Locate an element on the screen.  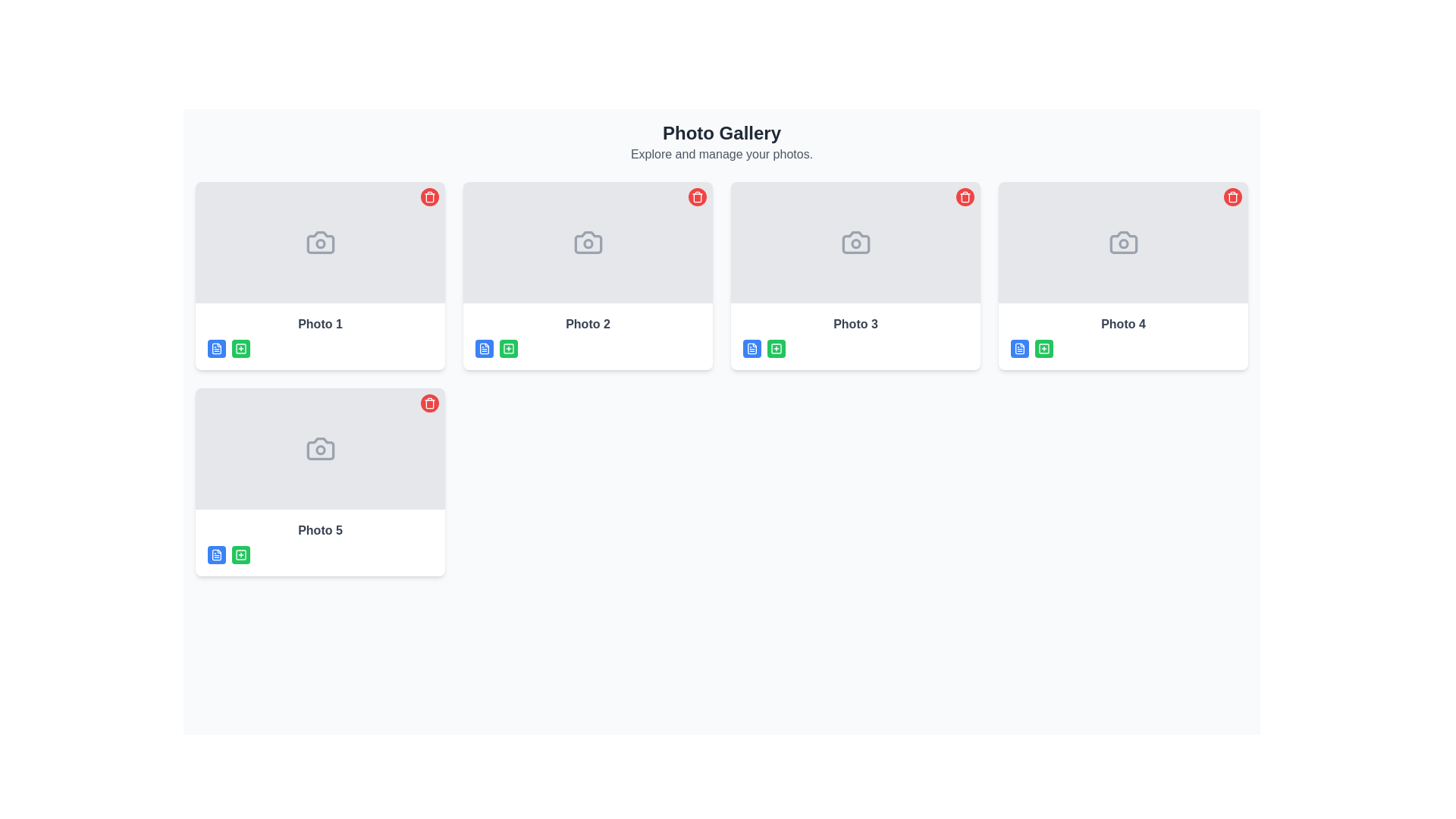
text displayed on the 'Photo 1' text label, which is styled in bold gray font and located below the thumbnail of the first photo card in the gallery is located at coordinates (319, 324).